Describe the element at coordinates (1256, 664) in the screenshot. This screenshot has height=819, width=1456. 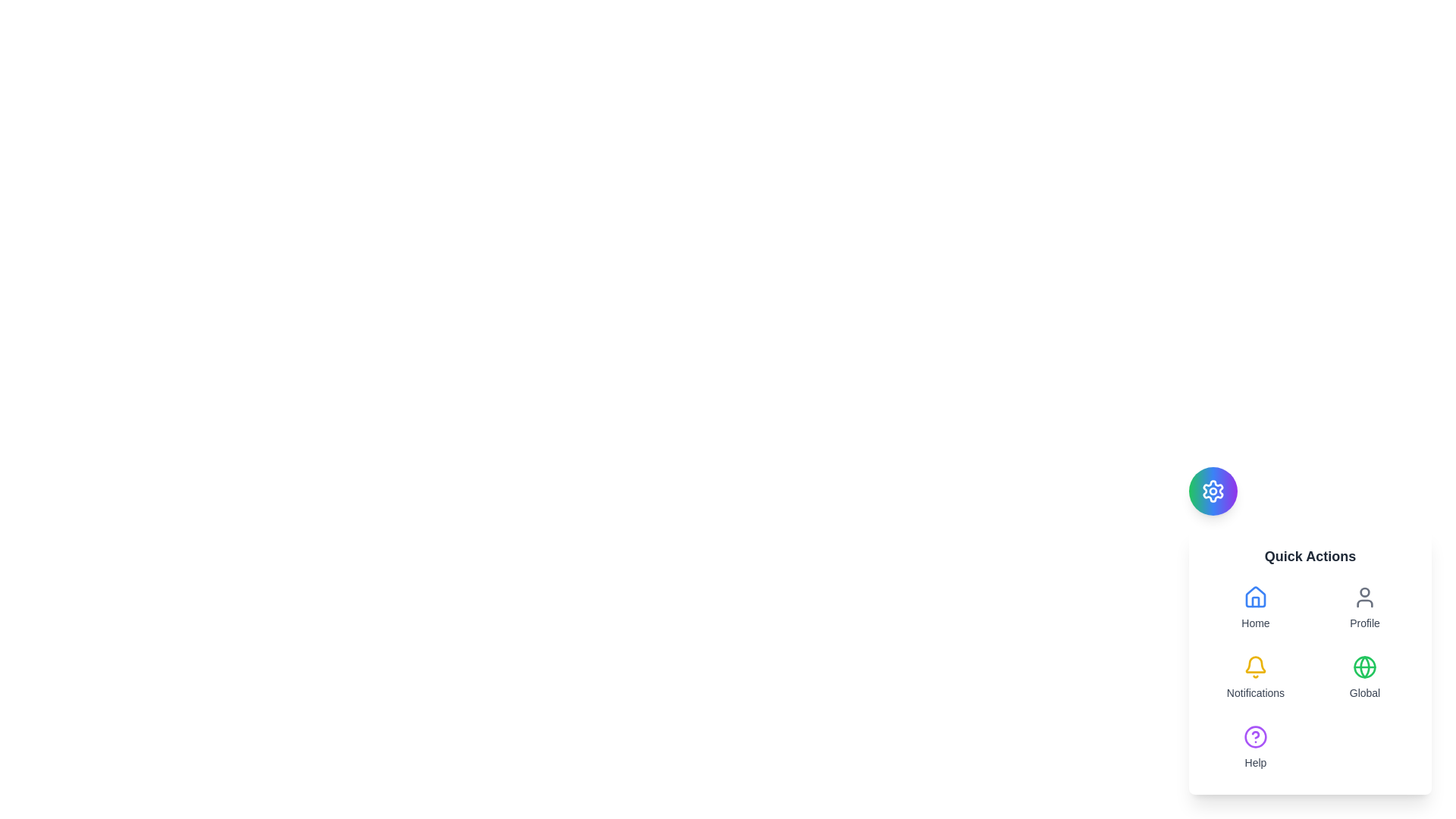
I see `the yellow bell icon representing notifications located in the 'Quick Actions' panel, which is the third option in the grid layout` at that location.